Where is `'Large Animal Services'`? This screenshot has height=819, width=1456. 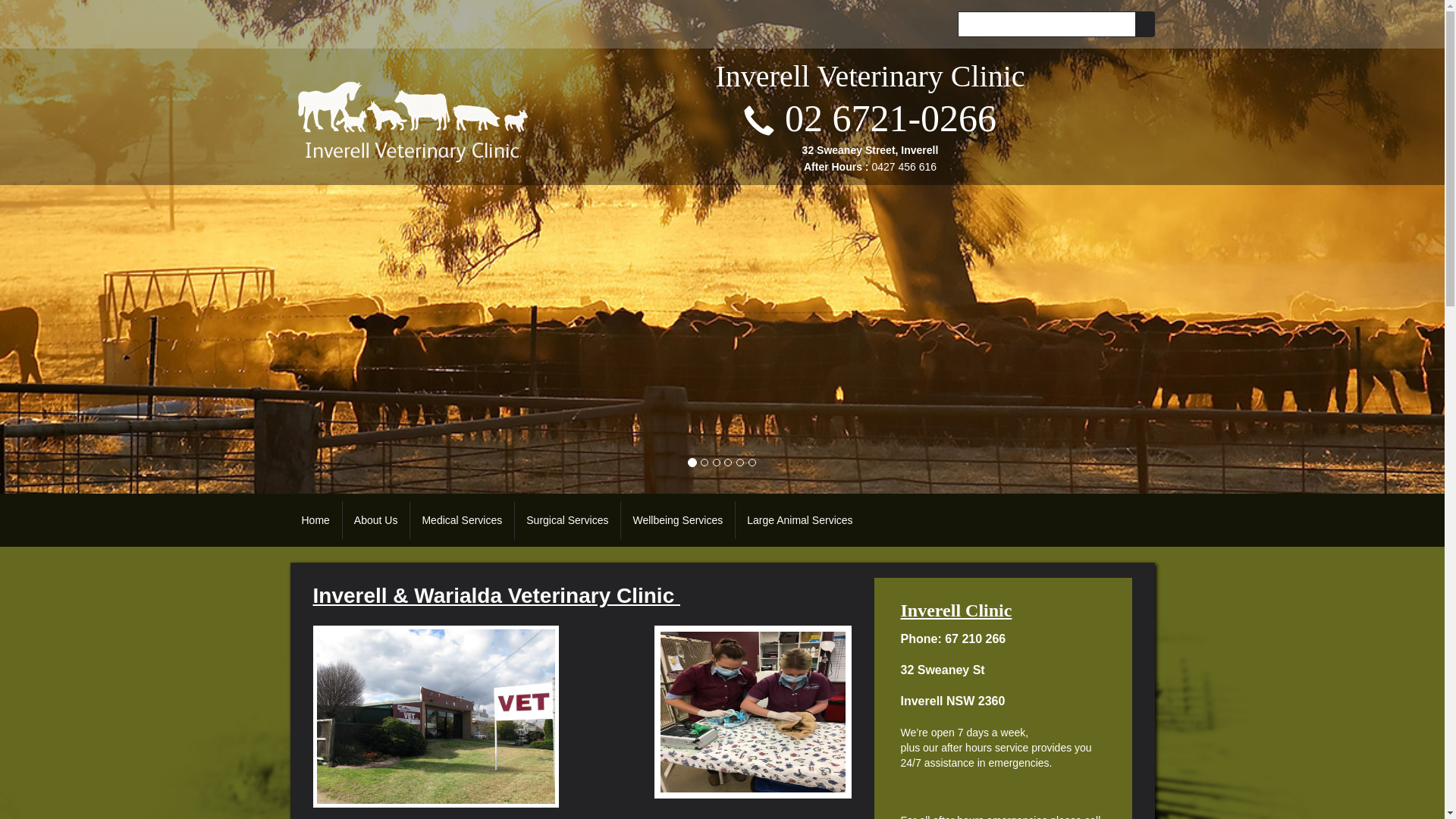
'Large Animal Services' is located at coordinates (799, 519).